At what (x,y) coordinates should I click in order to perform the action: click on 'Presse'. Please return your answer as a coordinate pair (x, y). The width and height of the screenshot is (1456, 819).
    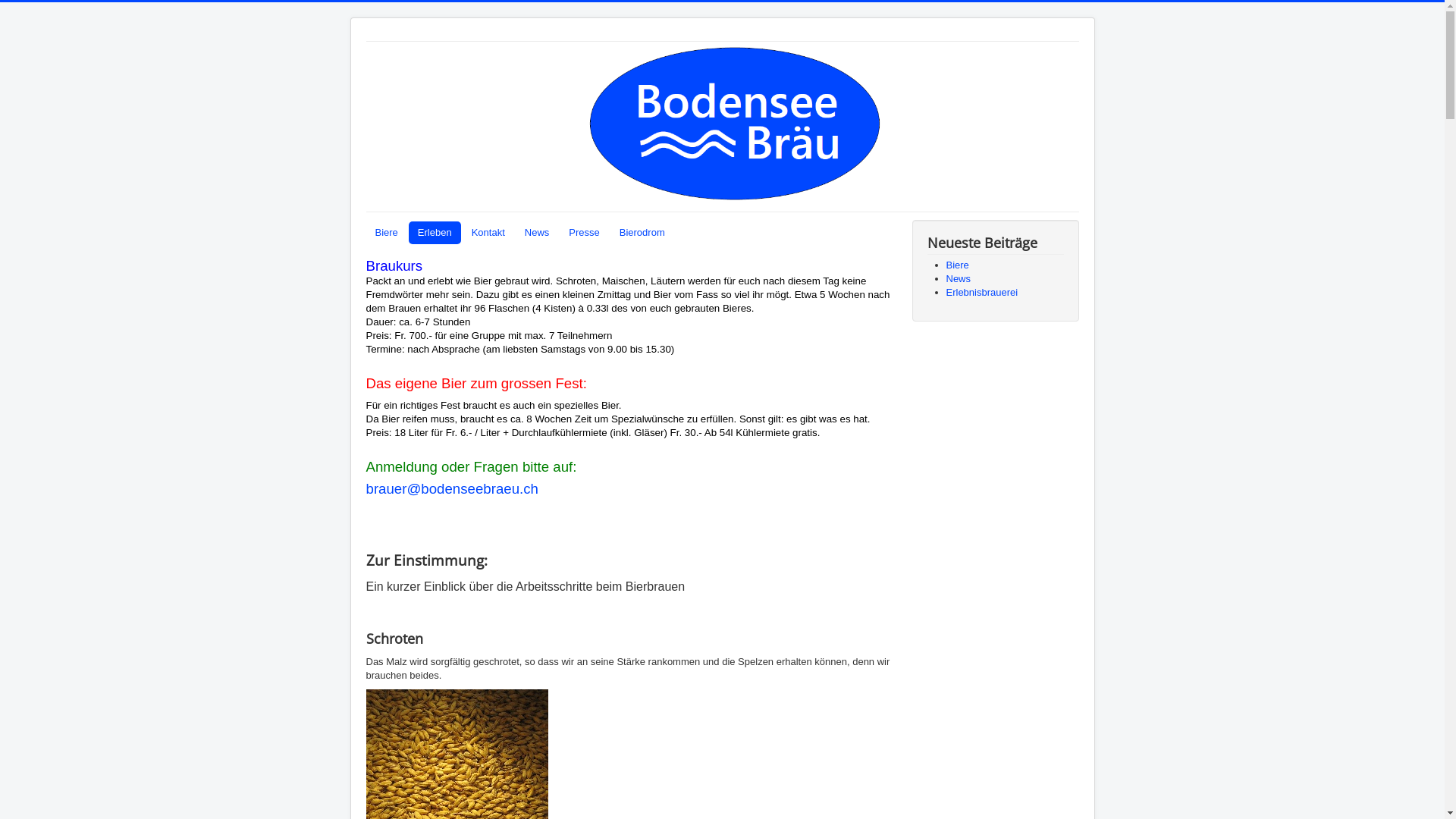
    Looking at the image, I should click on (582, 233).